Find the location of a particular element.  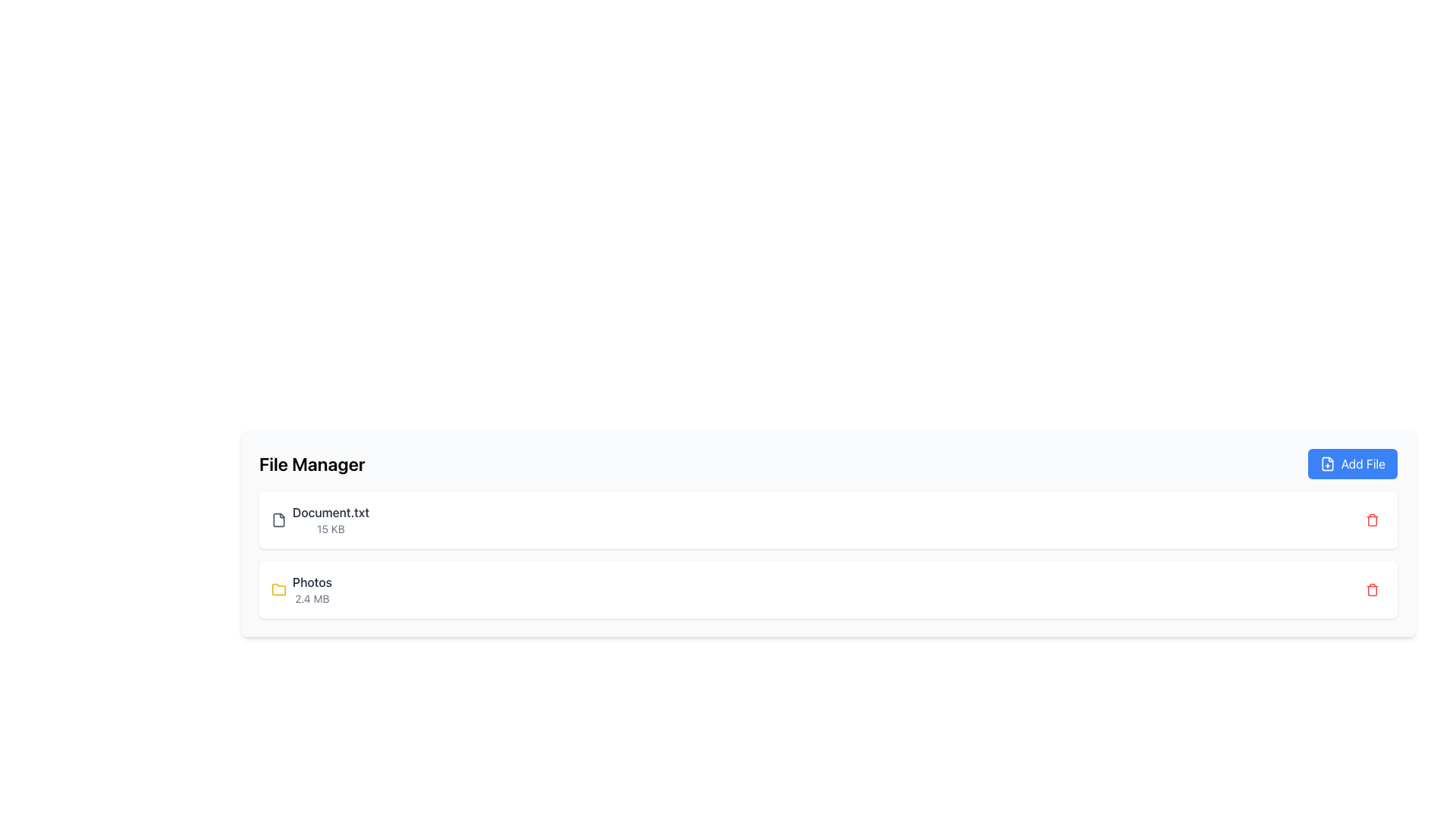

the 'Photos' text label, which is styled with a bold title and is positioned in the second row of the file listing pane next to a yellow folder icon is located at coordinates (312, 589).